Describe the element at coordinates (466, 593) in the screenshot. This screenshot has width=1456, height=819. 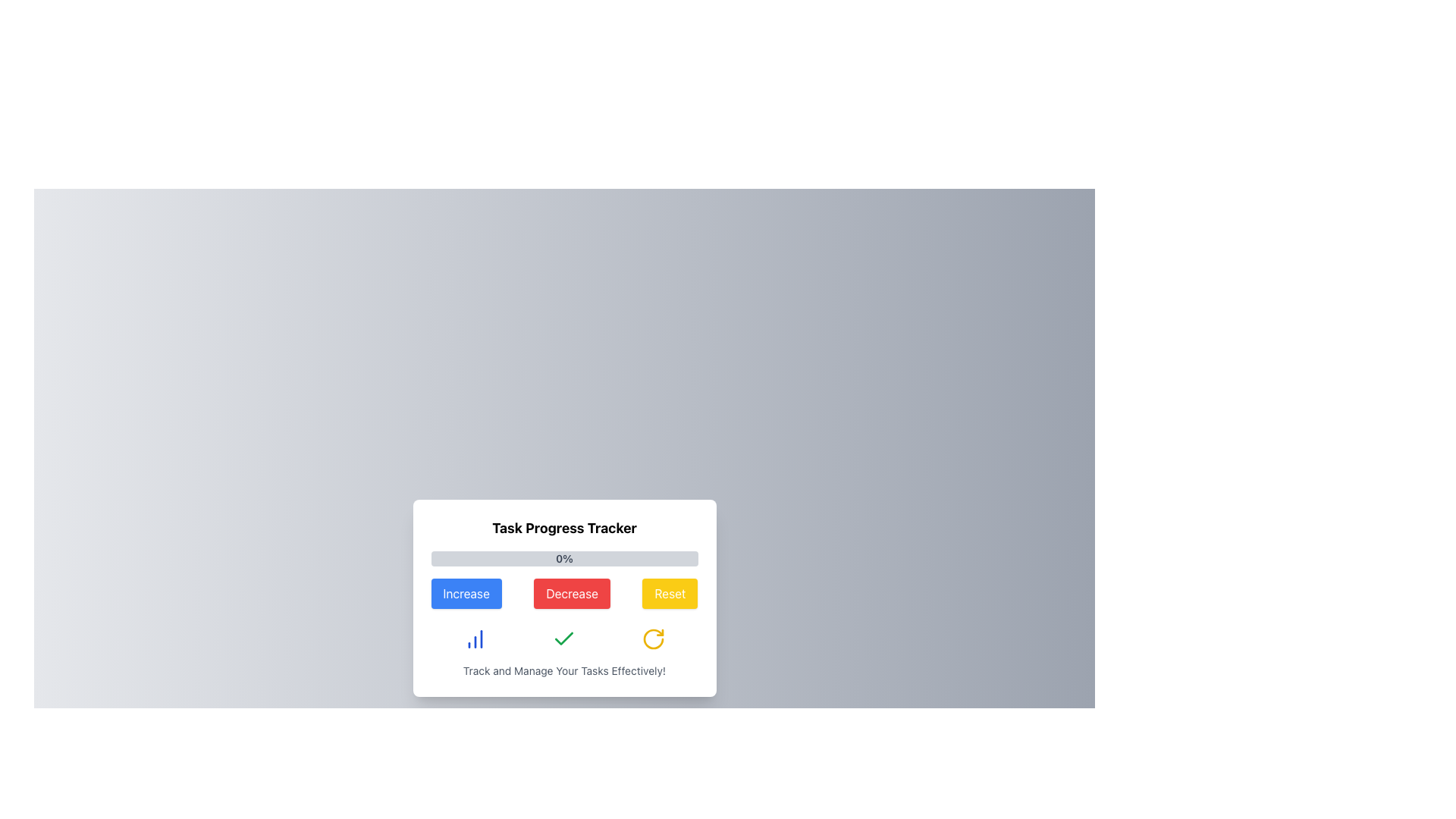
I see `the leftmost button in a row of three buttons that increases a value or progress, which is located under a progress bar labeled '0%'` at that location.